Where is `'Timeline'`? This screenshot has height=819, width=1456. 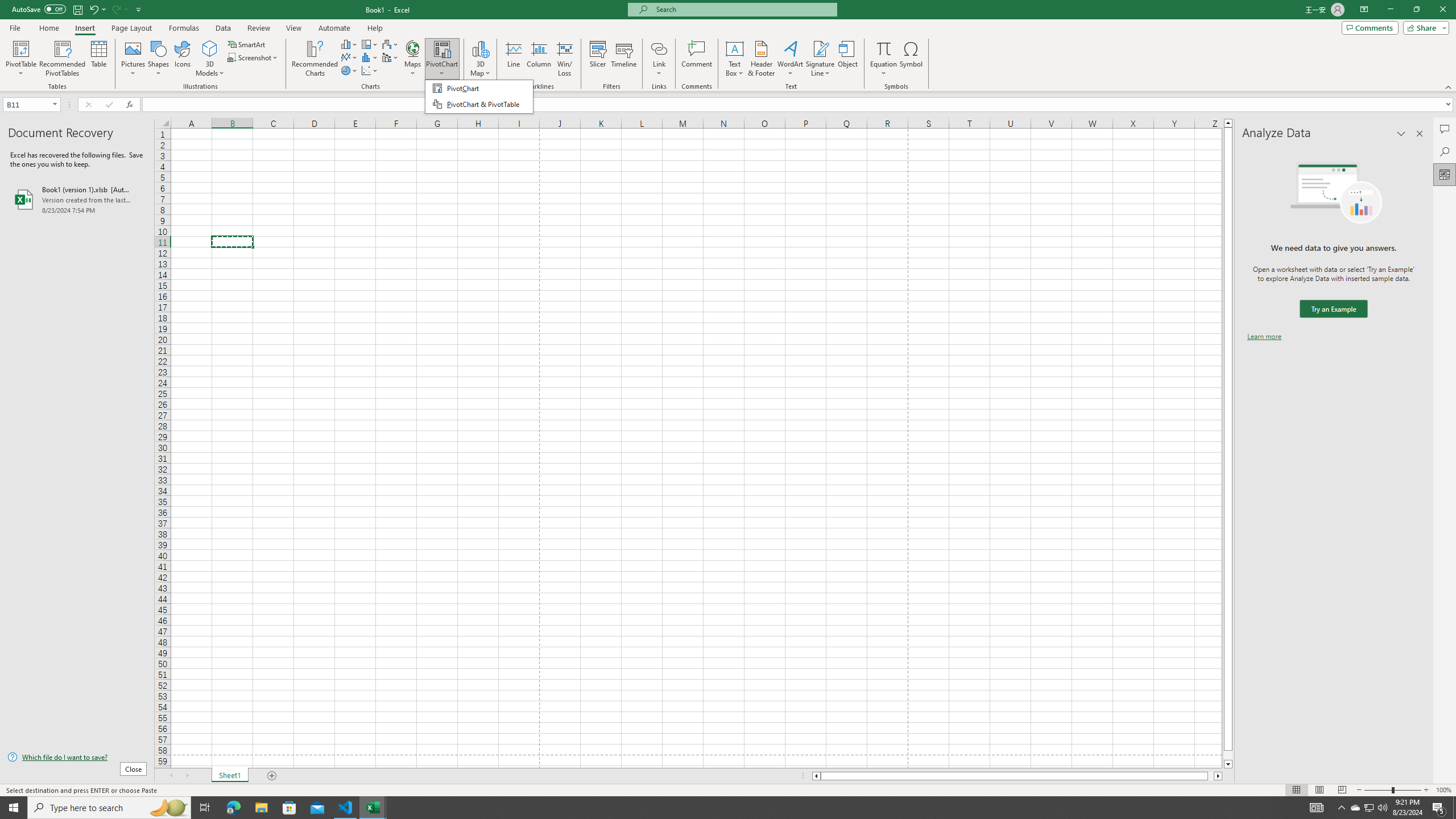 'Timeline' is located at coordinates (623, 59).